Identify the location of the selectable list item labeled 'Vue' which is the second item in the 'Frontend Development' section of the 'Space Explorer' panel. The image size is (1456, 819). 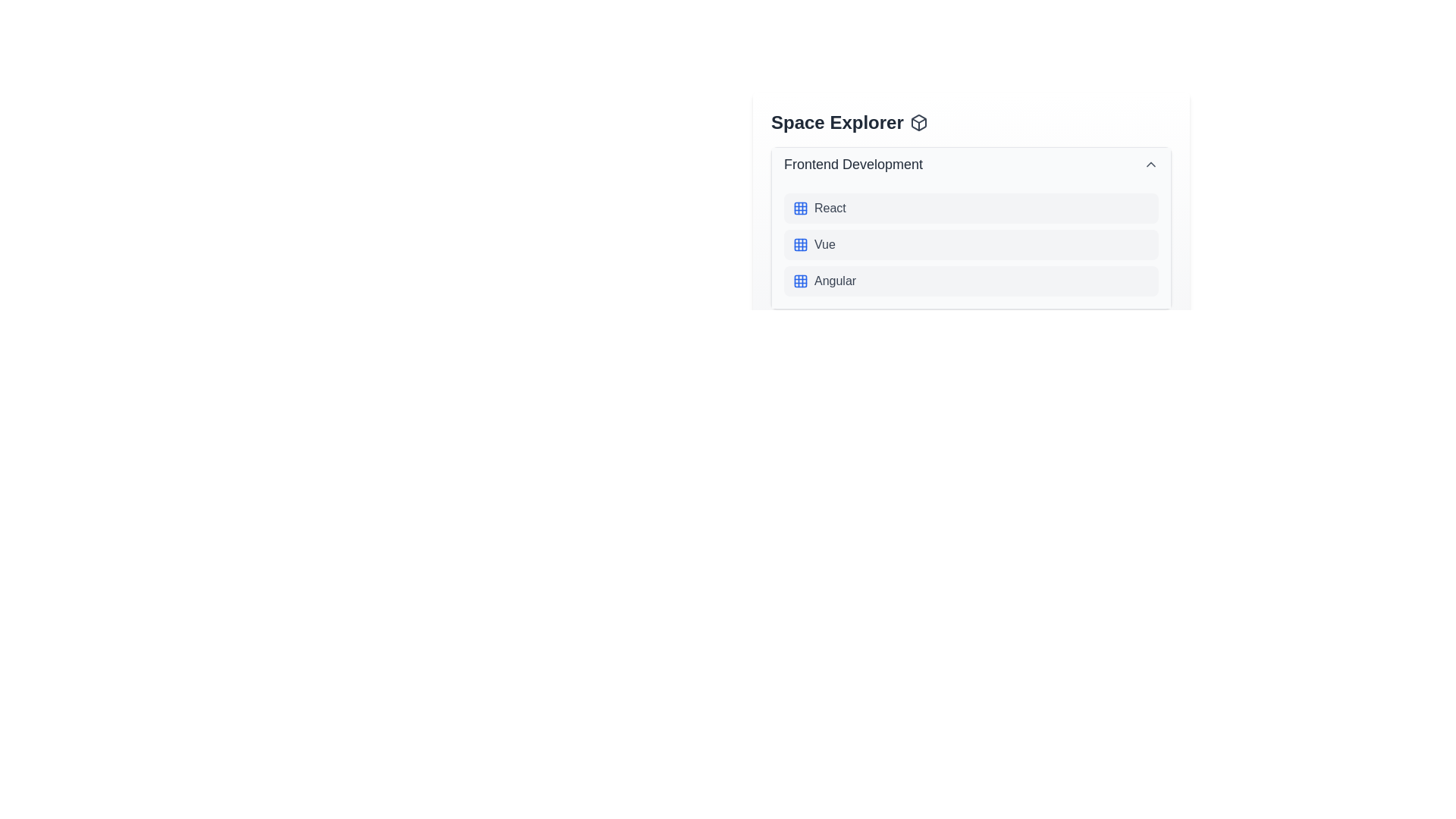
(971, 244).